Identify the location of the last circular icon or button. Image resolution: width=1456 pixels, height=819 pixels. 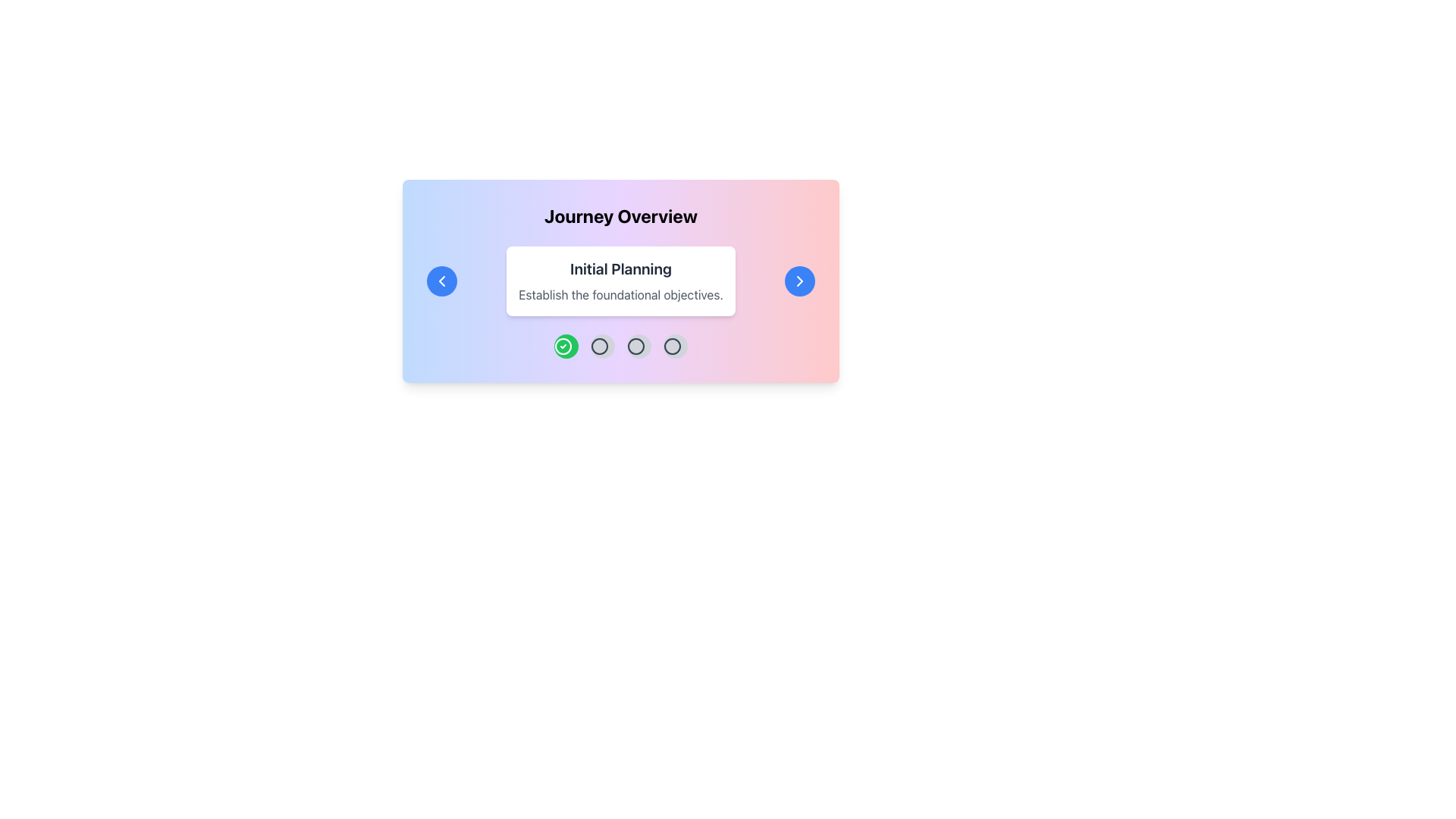
(672, 346).